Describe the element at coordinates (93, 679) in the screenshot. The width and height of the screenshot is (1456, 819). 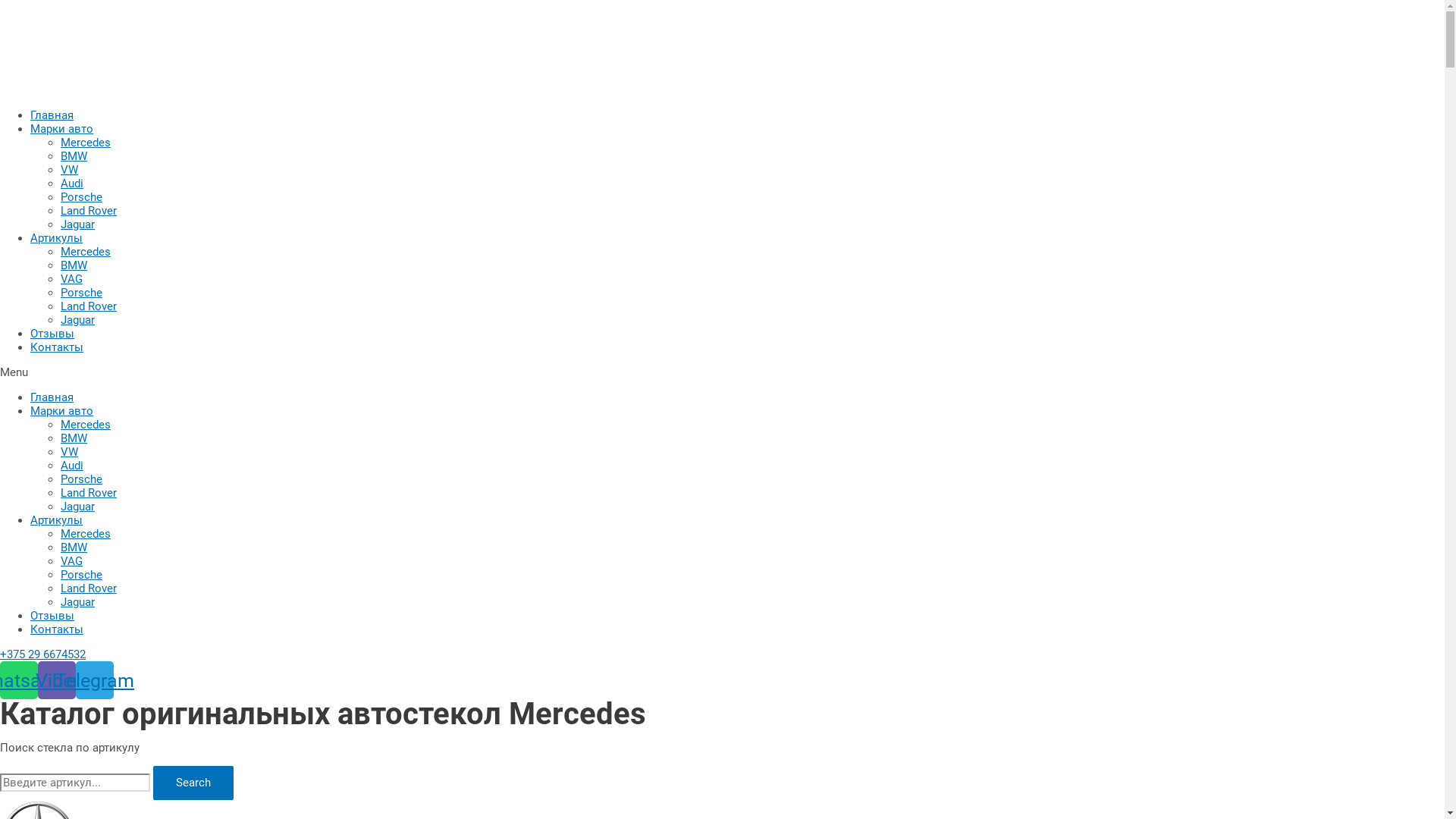
I see `'Telegram'` at that location.